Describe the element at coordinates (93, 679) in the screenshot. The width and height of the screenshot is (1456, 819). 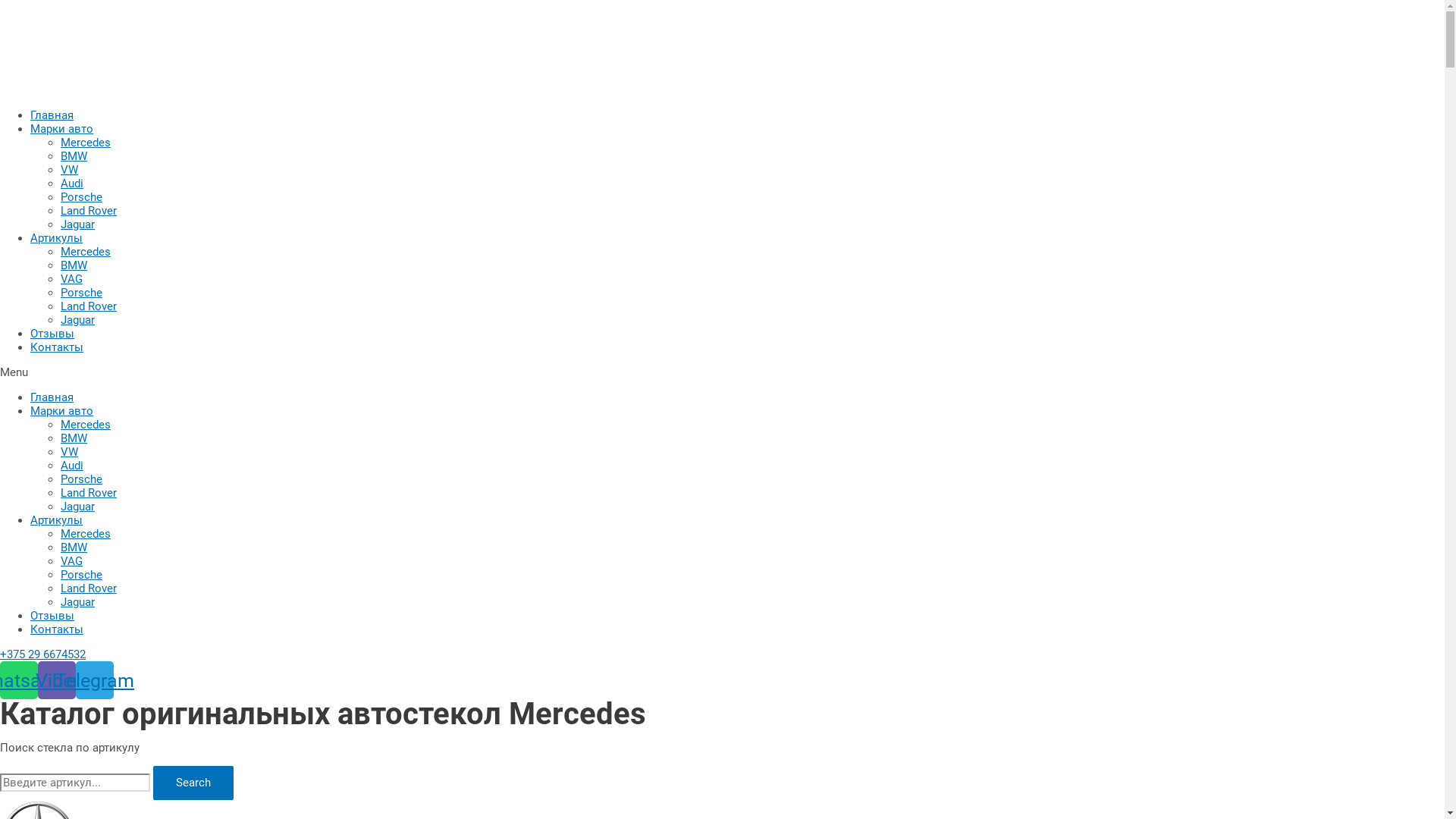
I see `'Telegram'` at that location.